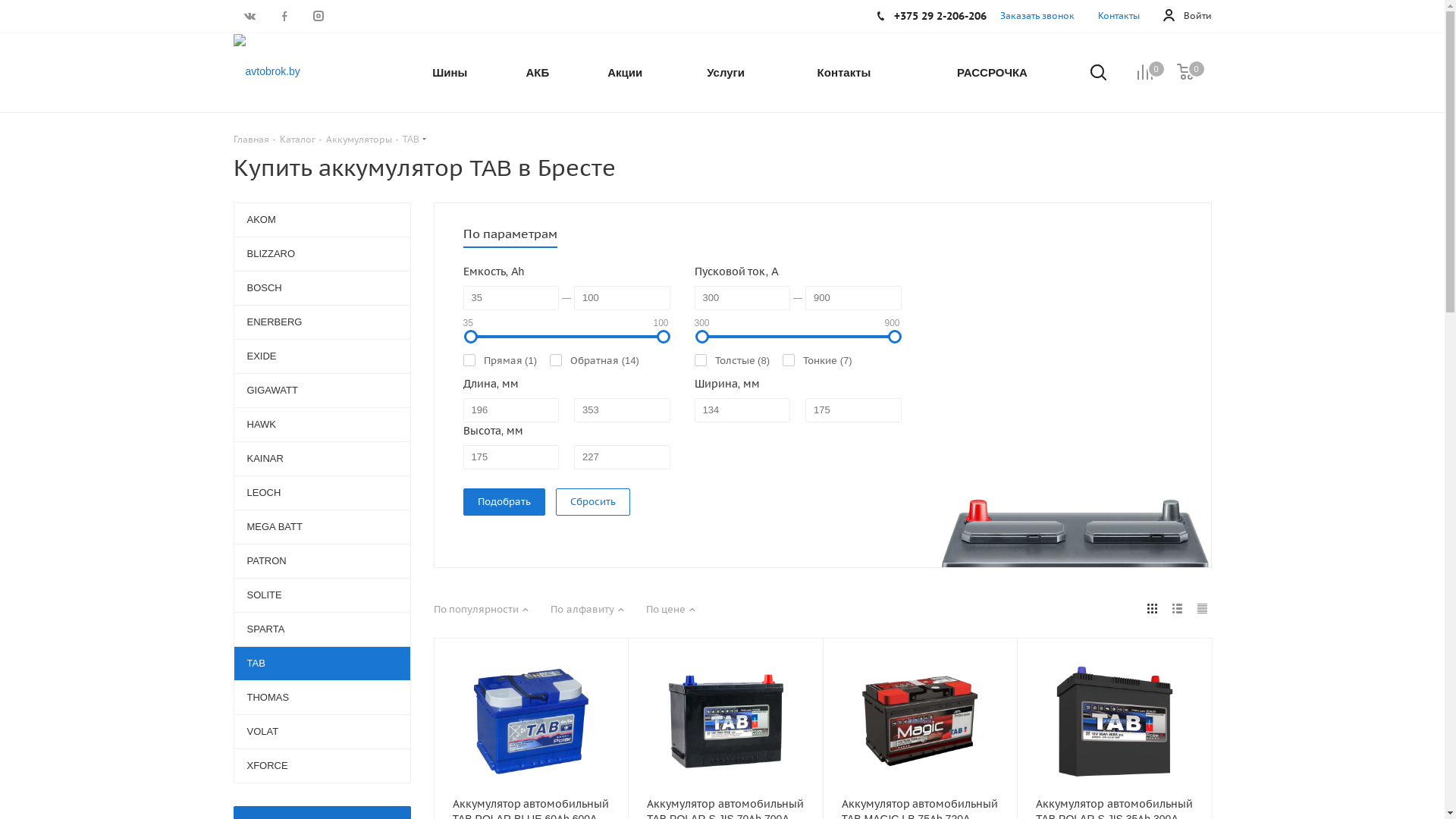 The image size is (1456, 819). I want to click on 'LEOCH', so click(322, 492).